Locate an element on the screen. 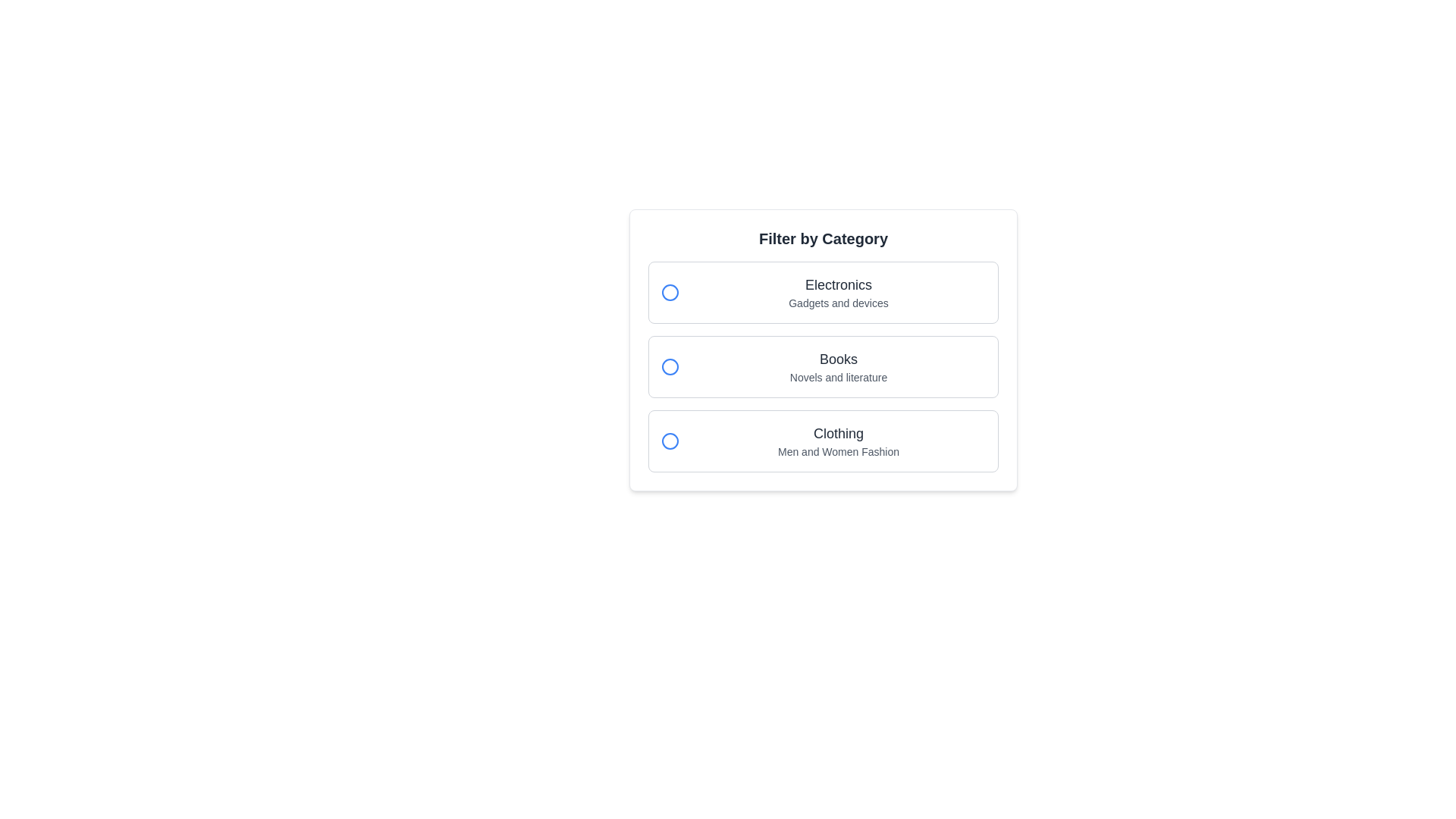  text element labeled 'Clothing', which serves as the main identifier for a selectable category in the filter interface is located at coordinates (837, 433).